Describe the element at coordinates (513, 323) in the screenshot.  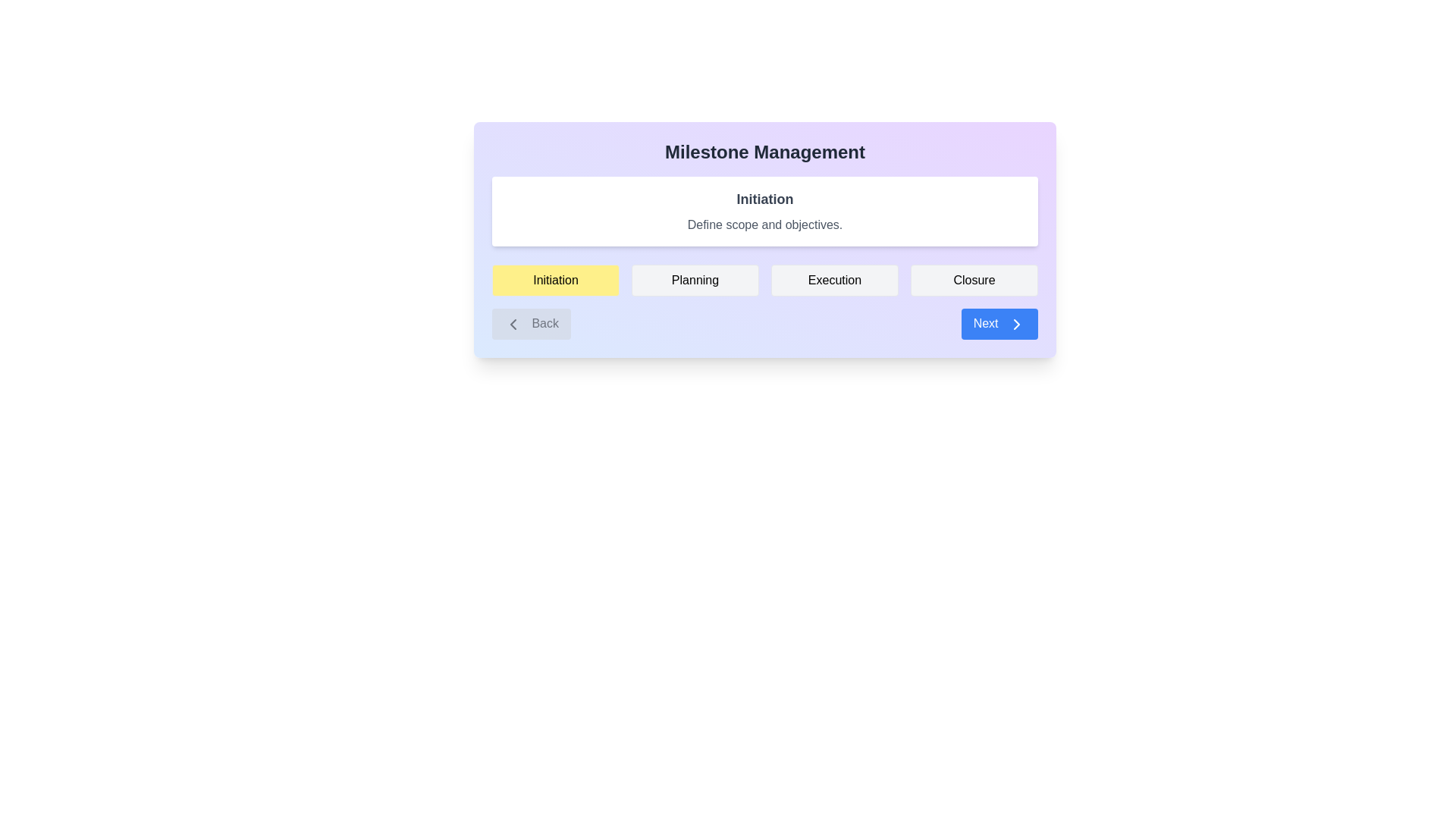
I see `the chevron icon situated within the 'Back' button in the bottom left region of the 'Milestone Management' panel` at that location.